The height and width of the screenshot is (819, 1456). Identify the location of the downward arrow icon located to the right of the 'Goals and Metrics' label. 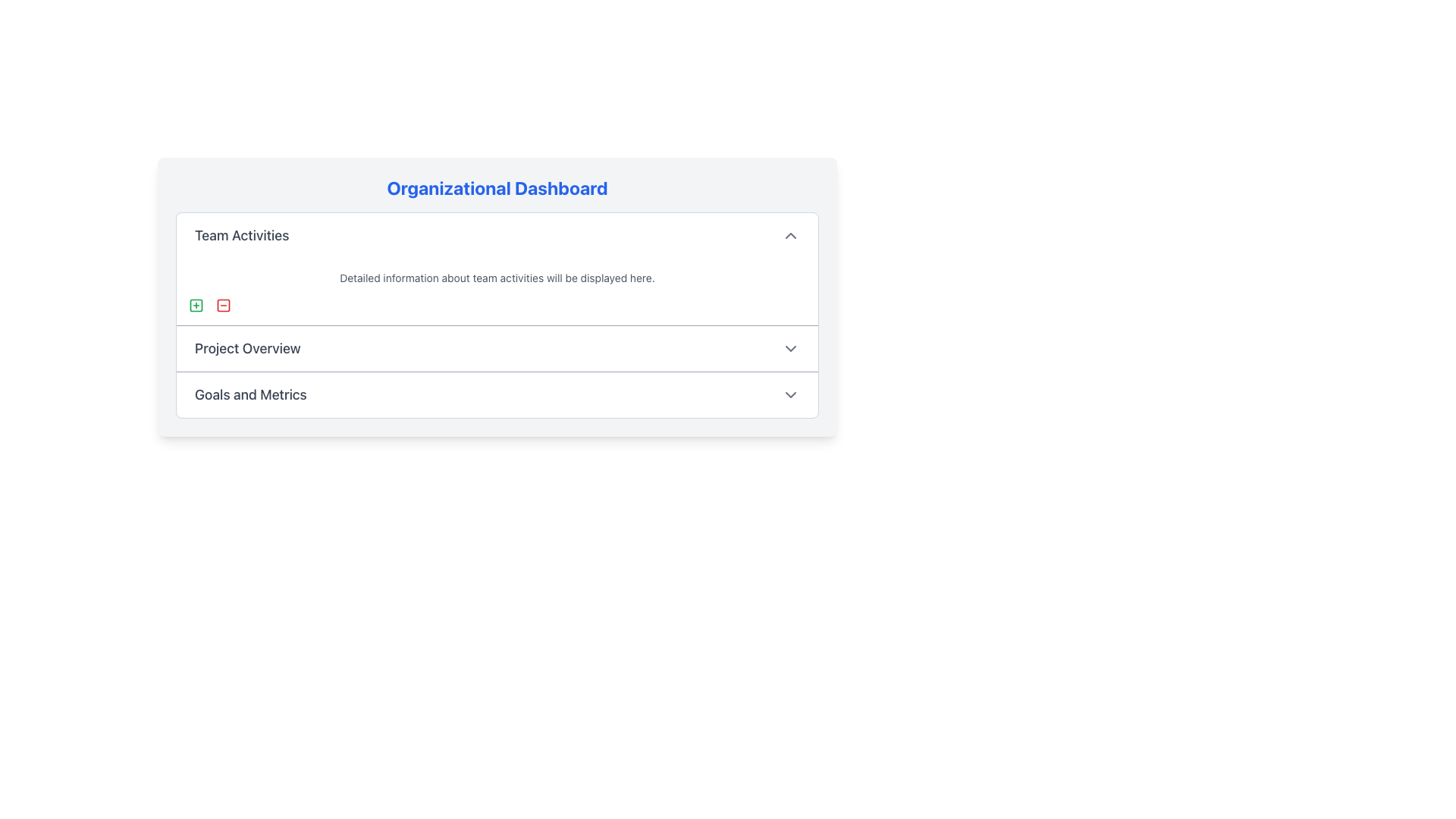
(789, 394).